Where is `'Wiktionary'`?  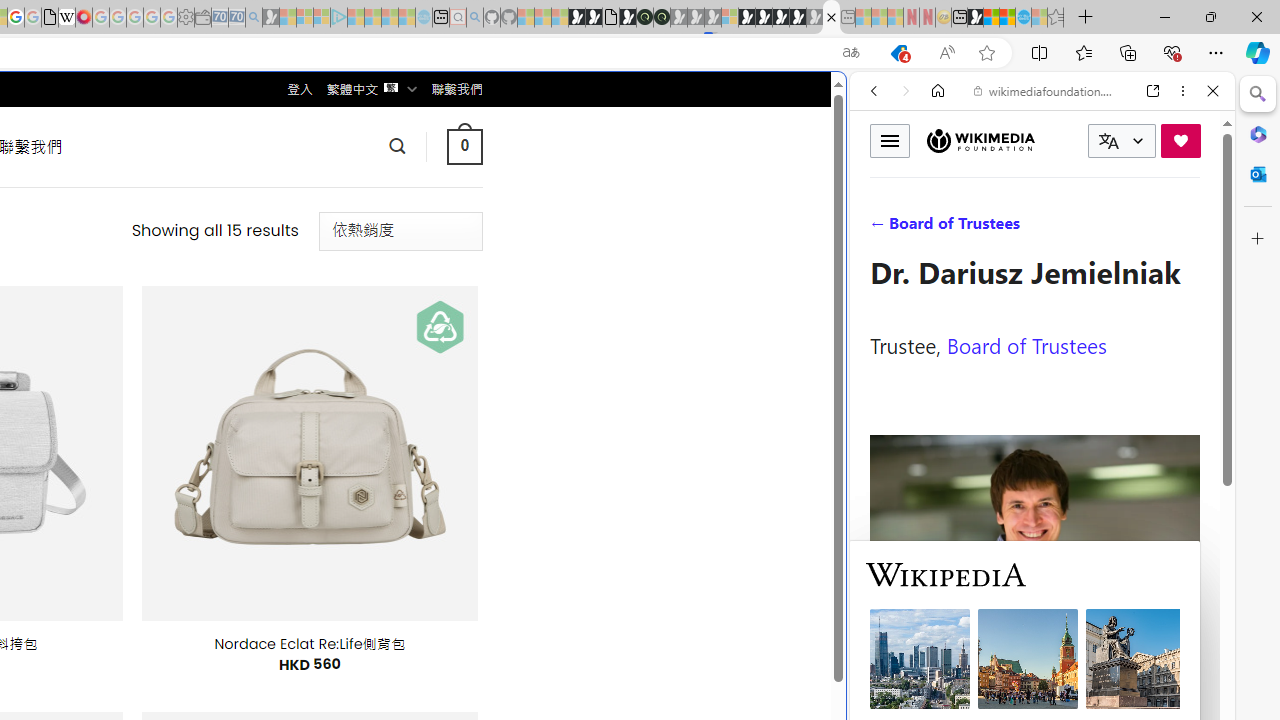
'Wiktionary' is located at coordinates (1034, 669).